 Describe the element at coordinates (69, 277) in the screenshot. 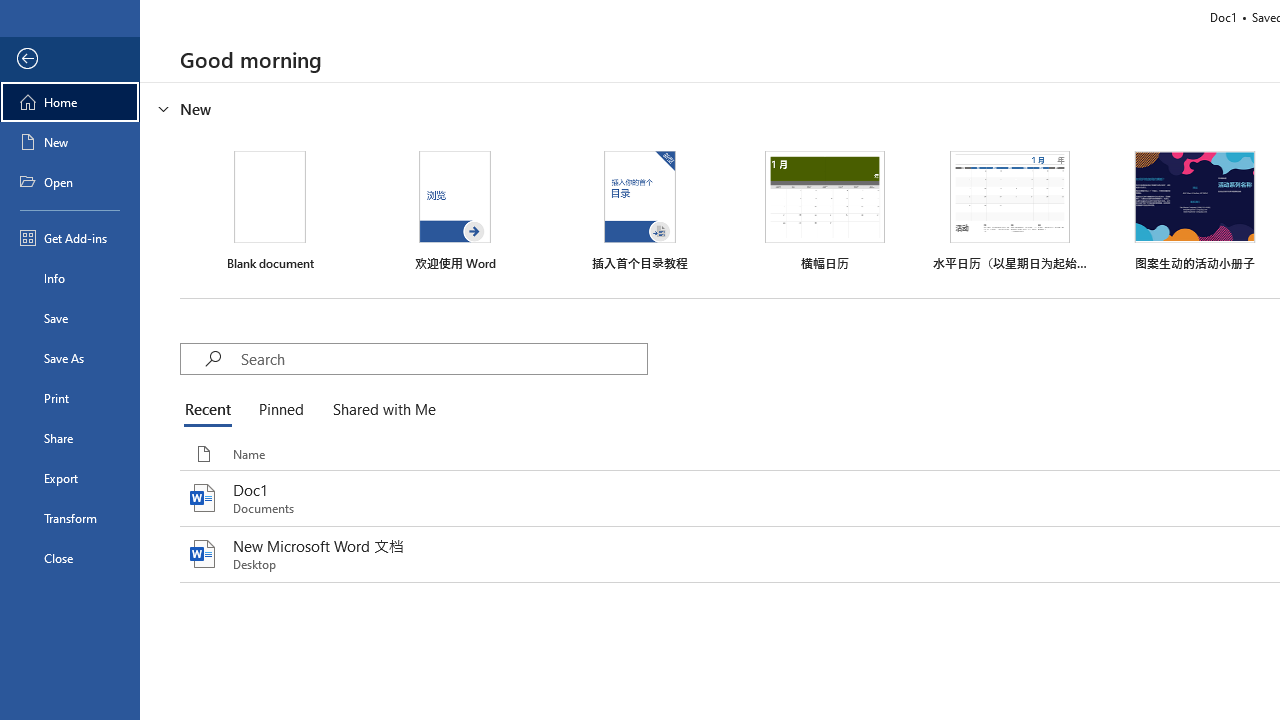

I see `'Info'` at that location.